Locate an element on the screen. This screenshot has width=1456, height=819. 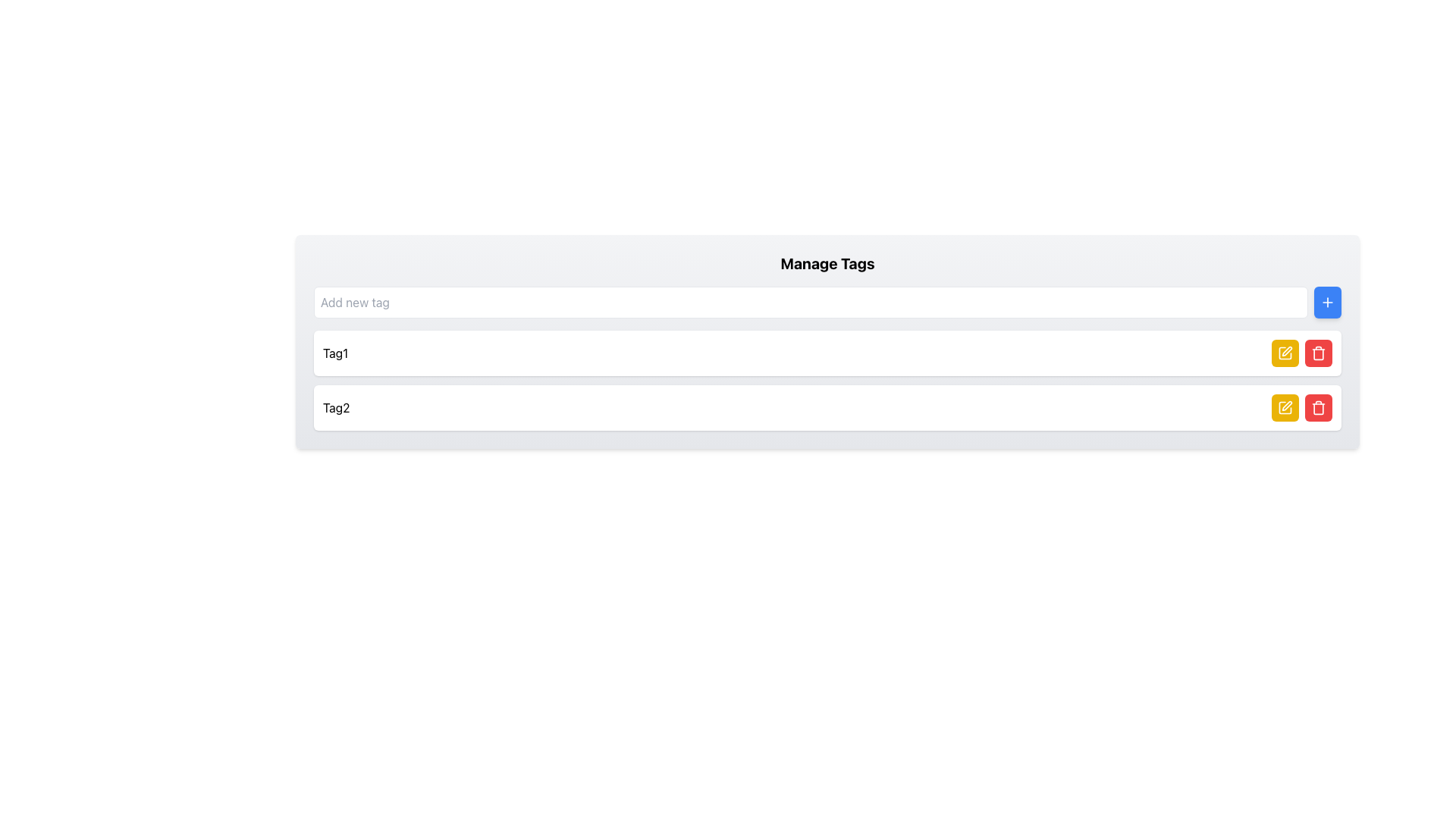
the small rectangular button with a yellow background and white pen-like icon located beside the 'Tag2' label in the second row of the interface to observe a visual change is located at coordinates (1284, 353).